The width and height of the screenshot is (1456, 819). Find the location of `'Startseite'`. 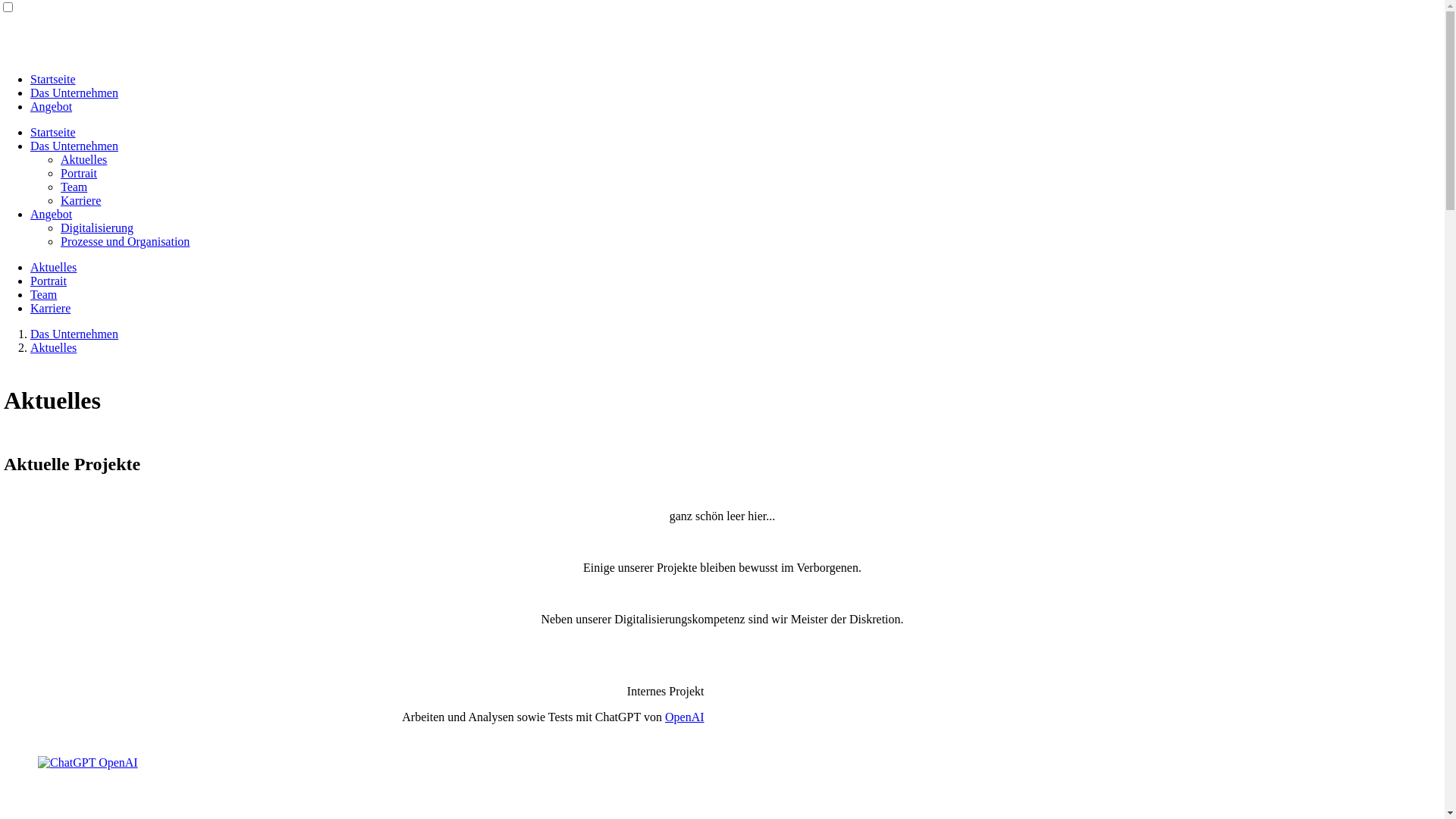

'Startseite' is located at coordinates (53, 131).